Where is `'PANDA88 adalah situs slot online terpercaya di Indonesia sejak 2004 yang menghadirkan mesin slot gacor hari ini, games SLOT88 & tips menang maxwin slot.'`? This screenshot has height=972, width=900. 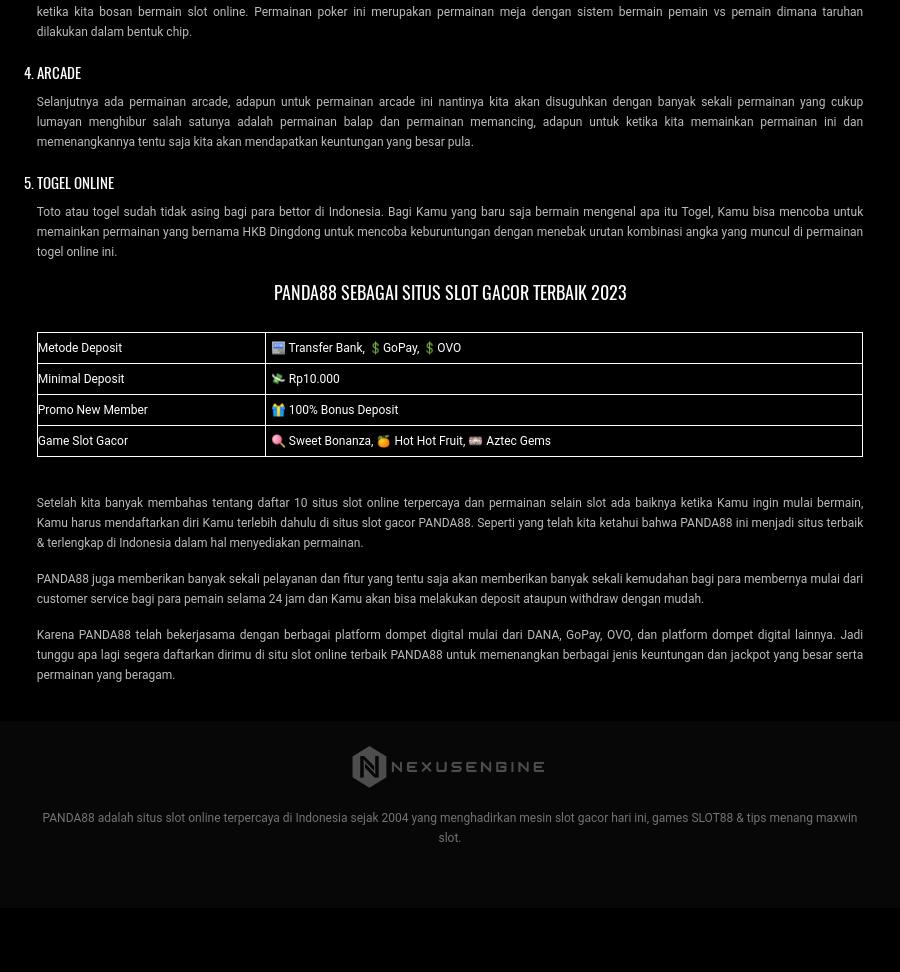
'PANDA88 adalah situs slot online terpercaya di Indonesia sejak 2004 yang menghadirkan mesin slot gacor hari ini, games SLOT88 & tips menang maxwin slot.' is located at coordinates (449, 825).